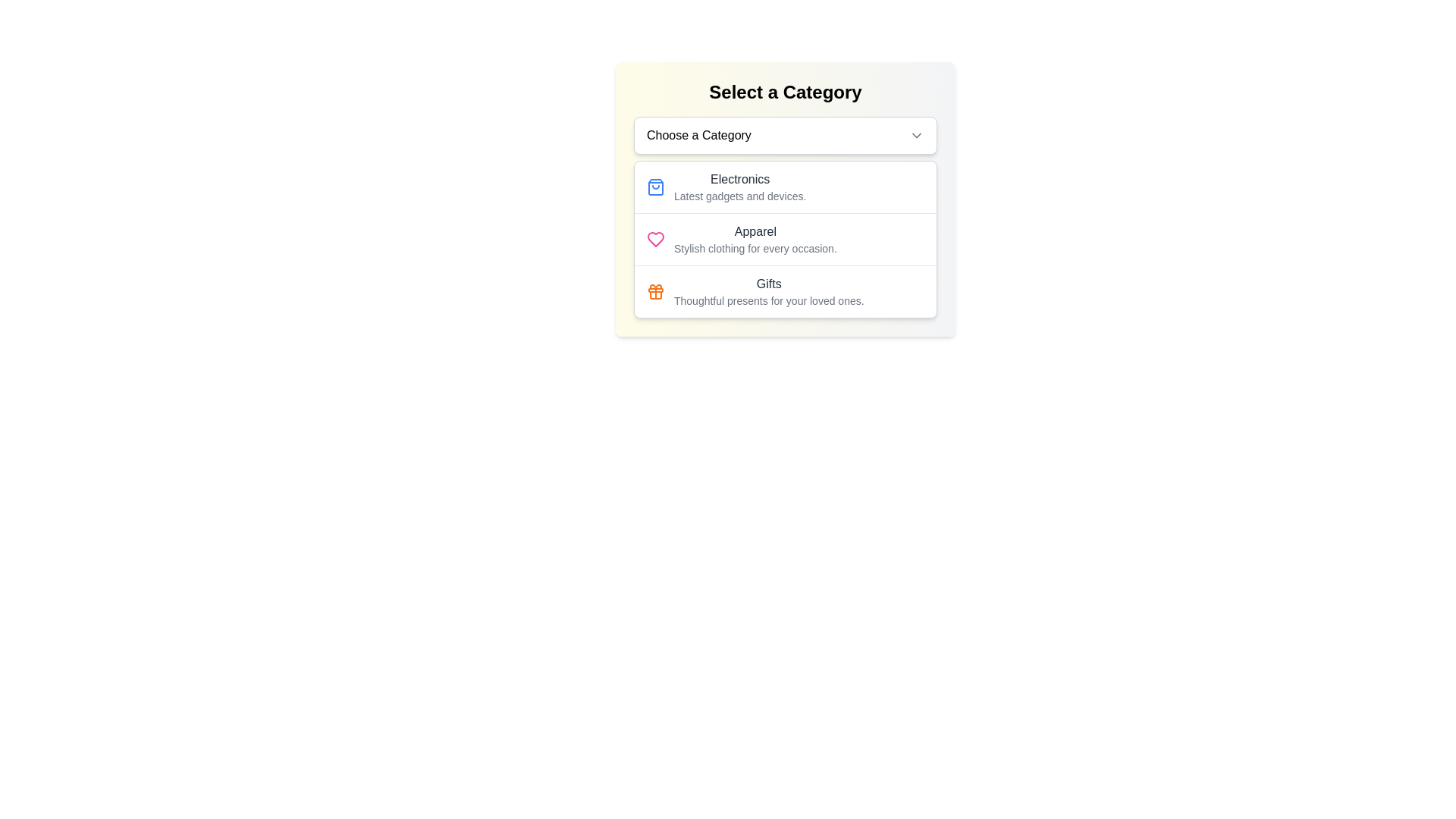 The image size is (1456, 819). Describe the element at coordinates (655, 239) in the screenshot. I see `the heart-shaped icon with a pink outline located in the Apparel section of the category selection dropdown` at that location.